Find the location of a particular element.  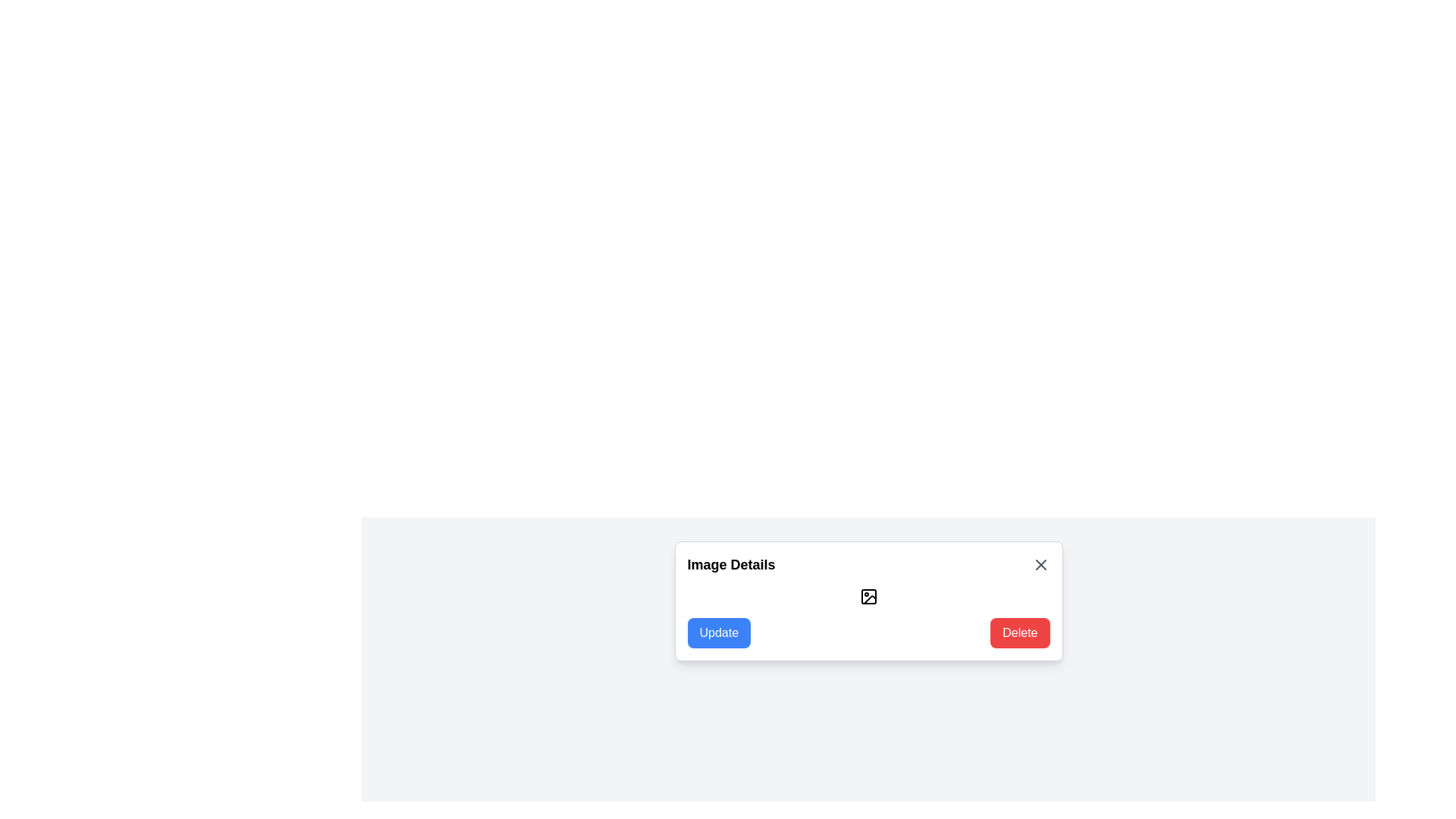

the SVG image icon, which resembles an image glyph and is located in the middle of the dialog box under the 'Image Details' heading is located at coordinates (868, 595).